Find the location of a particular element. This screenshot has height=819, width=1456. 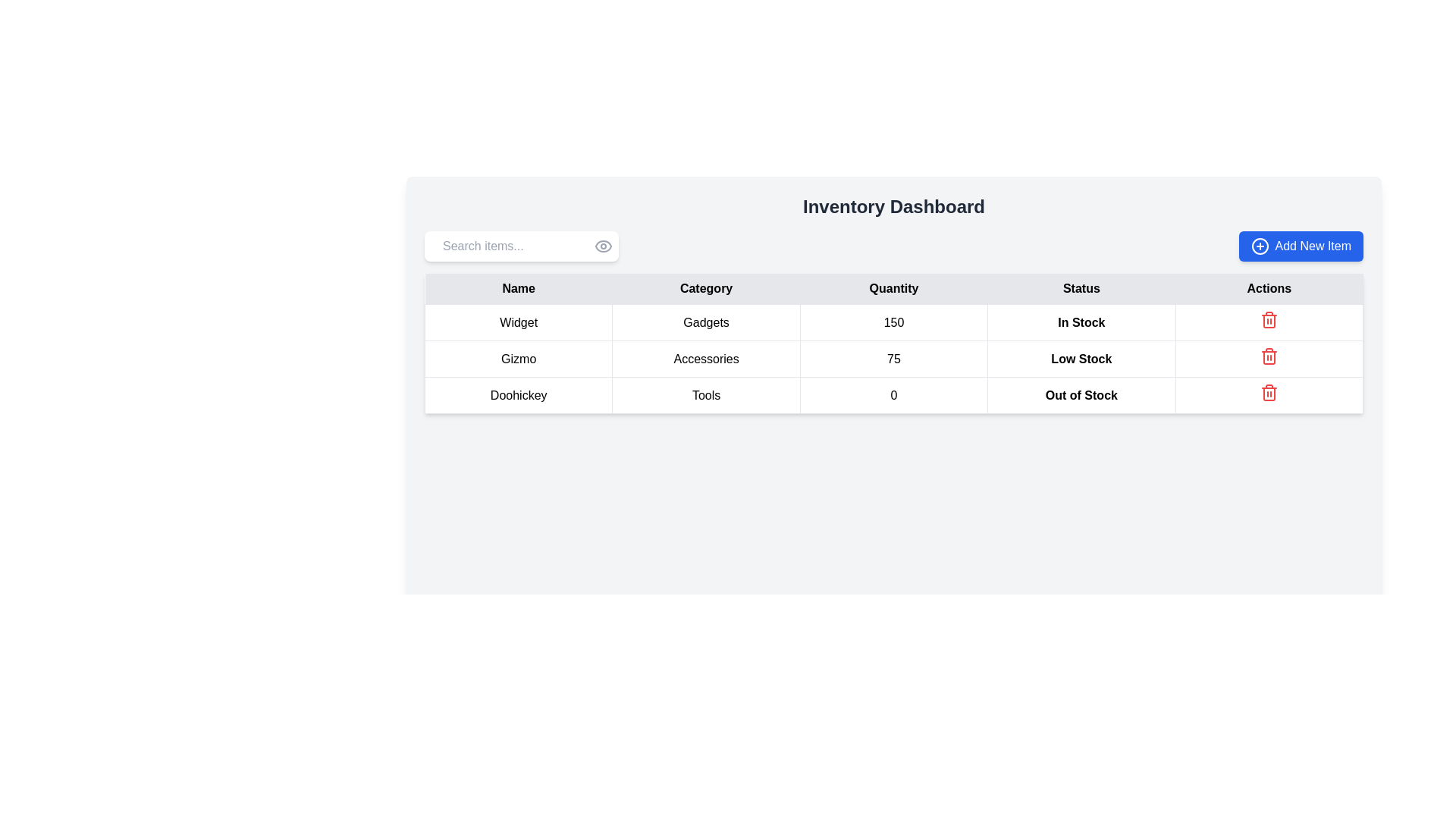

text content of the 'Out of Stock' status label for the product 'Doohickey', which is located in the 'Status' column of the last row in the table is located at coordinates (1081, 394).